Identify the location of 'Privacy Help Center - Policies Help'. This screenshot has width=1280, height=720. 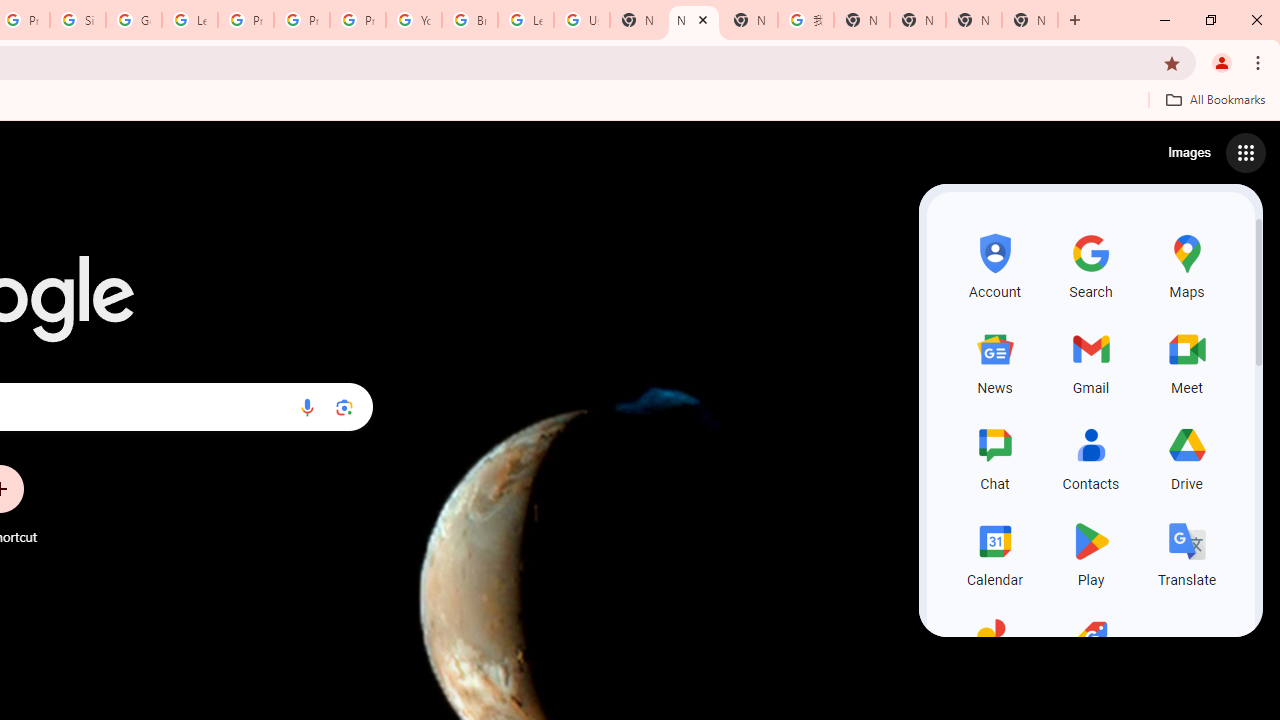
(301, 20).